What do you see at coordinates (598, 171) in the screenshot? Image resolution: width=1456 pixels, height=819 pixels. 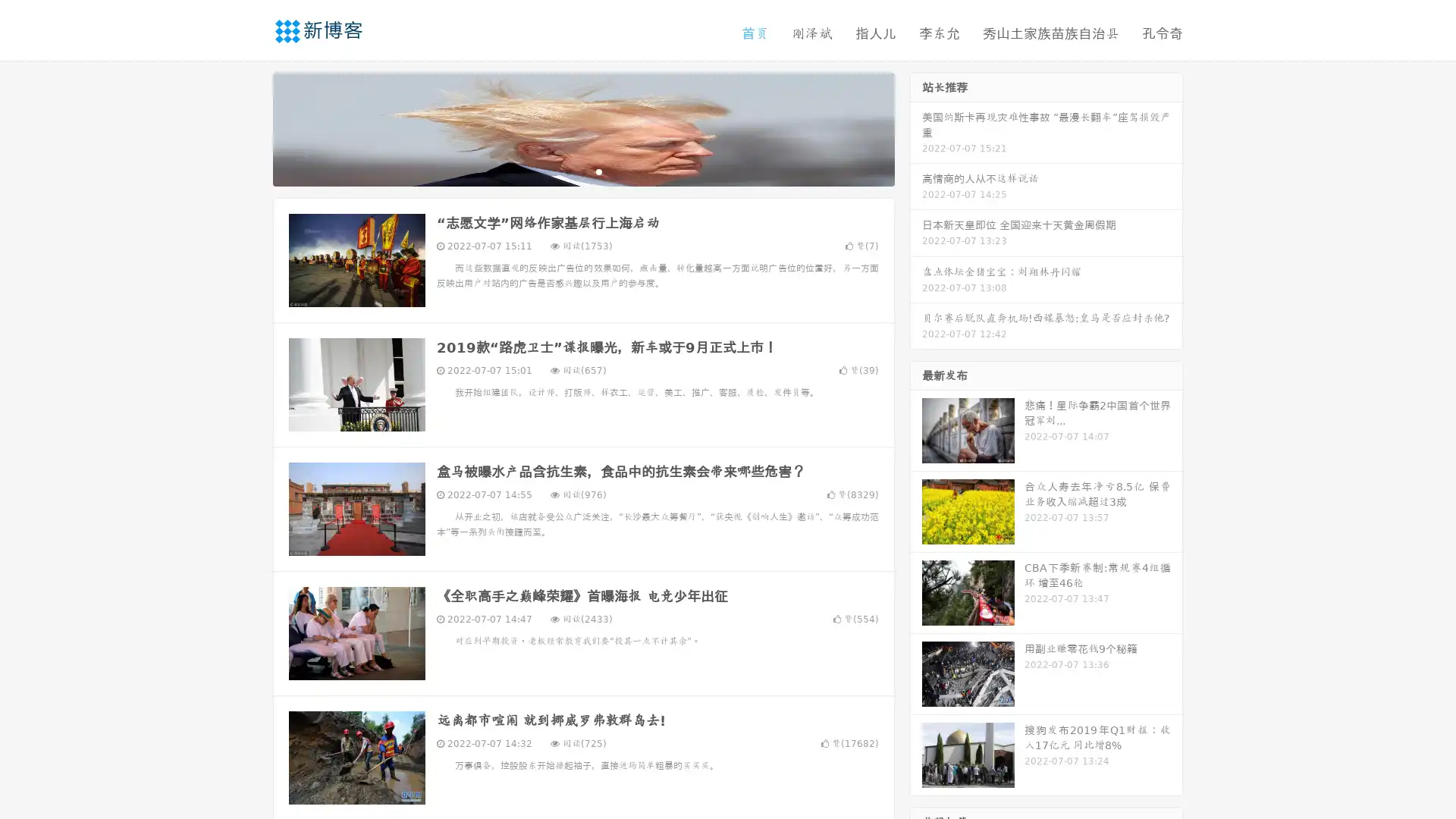 I see `Go to slide 3` at bounding box center [598, 171].